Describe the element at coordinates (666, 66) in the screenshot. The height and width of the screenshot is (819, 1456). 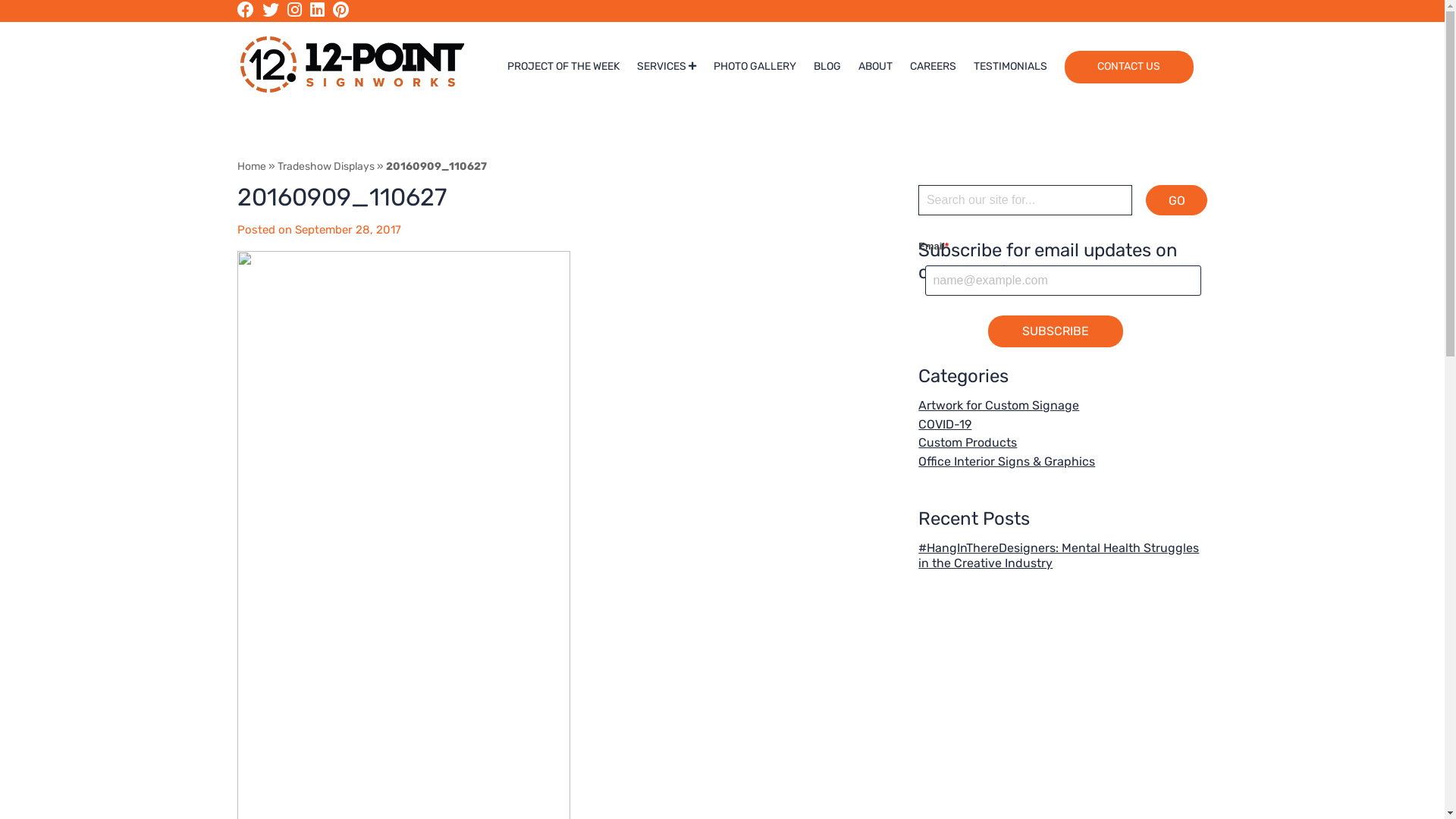
I see `'SERVICES'` at that location.